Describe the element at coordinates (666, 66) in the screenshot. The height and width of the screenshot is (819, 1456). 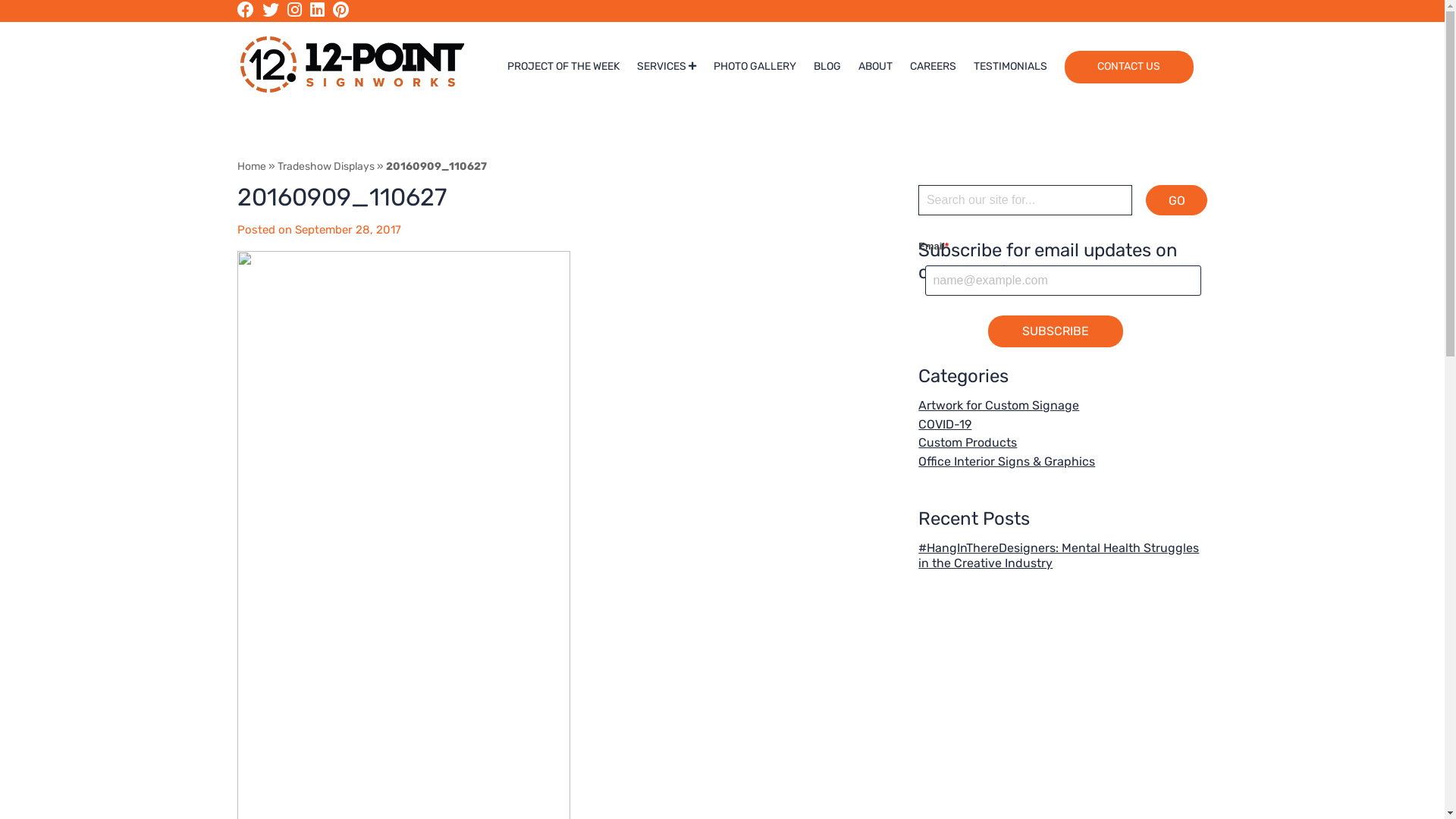
I see `'SERVICES'` at that location.